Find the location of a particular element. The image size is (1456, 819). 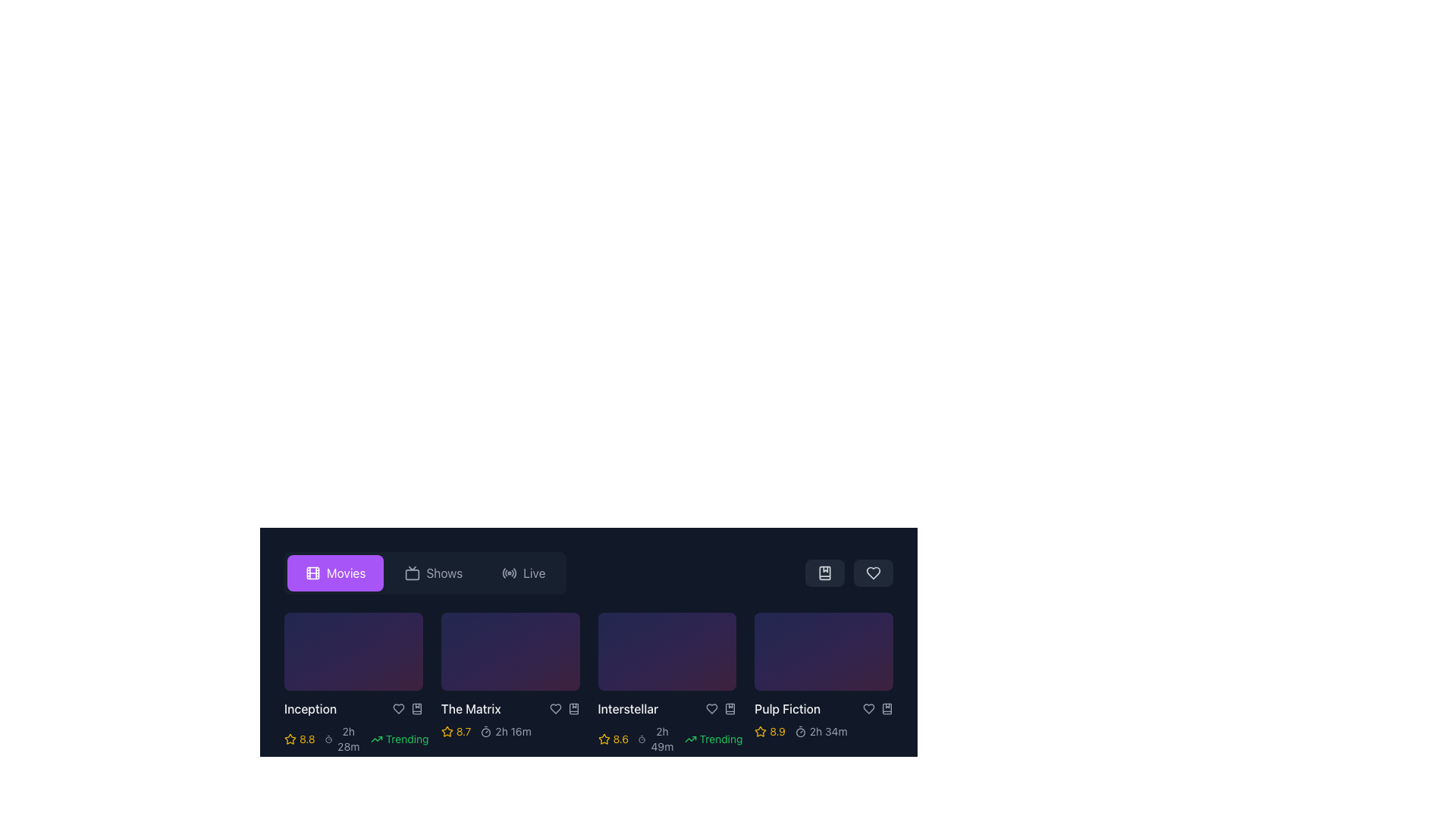

the informational label representing the duration of the movie, located to the right of the yellow star rating ('8.6') and left of the 'Trending' label in the third card of the horizontal list is located at coordinates (656, 738).